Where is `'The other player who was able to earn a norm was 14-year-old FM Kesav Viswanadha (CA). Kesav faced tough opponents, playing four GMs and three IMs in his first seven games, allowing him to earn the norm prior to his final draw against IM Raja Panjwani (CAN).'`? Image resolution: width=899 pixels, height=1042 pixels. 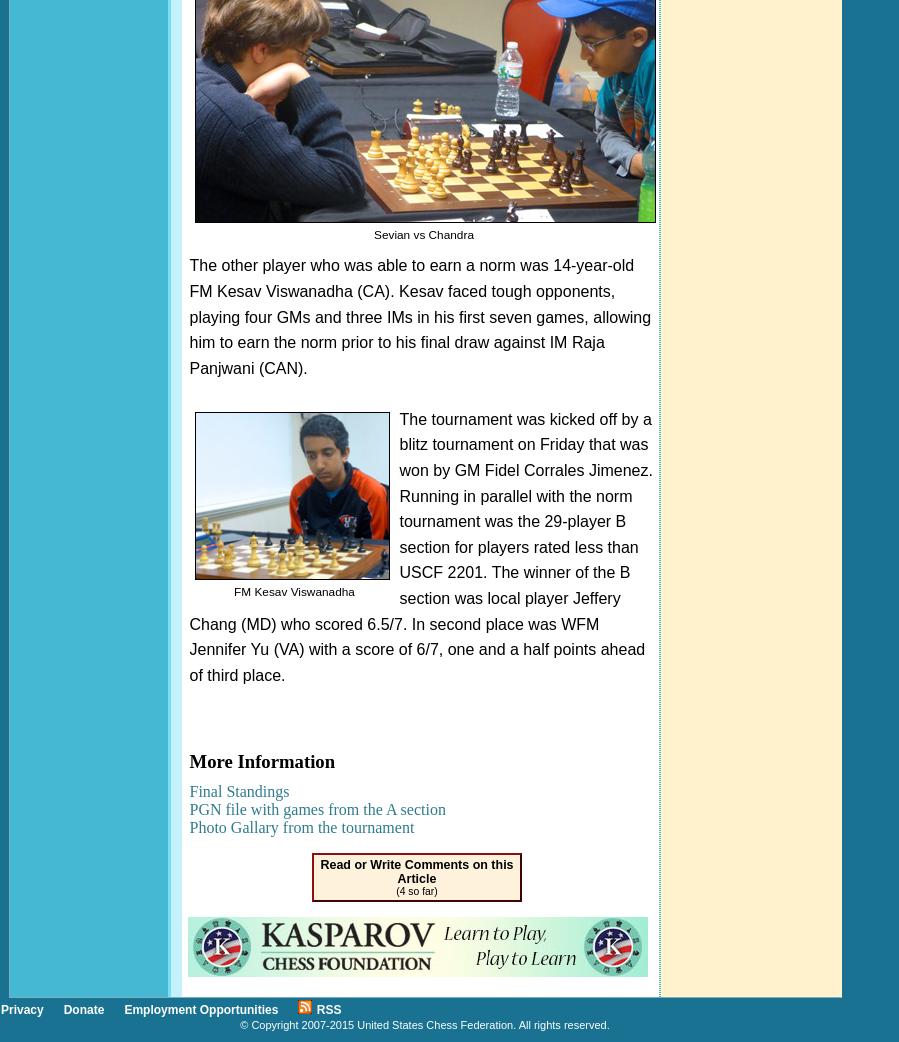
'The other player who was able to earn a norm was 14-year-old FM Kesav Viswanadha (CA). Kesav faced tough opponents, playing four GMs and three IMs in his first seven games, allowing him to earn the norm prior to his final draw against IM Raja Panjwani (CAN).' is located at coordinates (419, 316).